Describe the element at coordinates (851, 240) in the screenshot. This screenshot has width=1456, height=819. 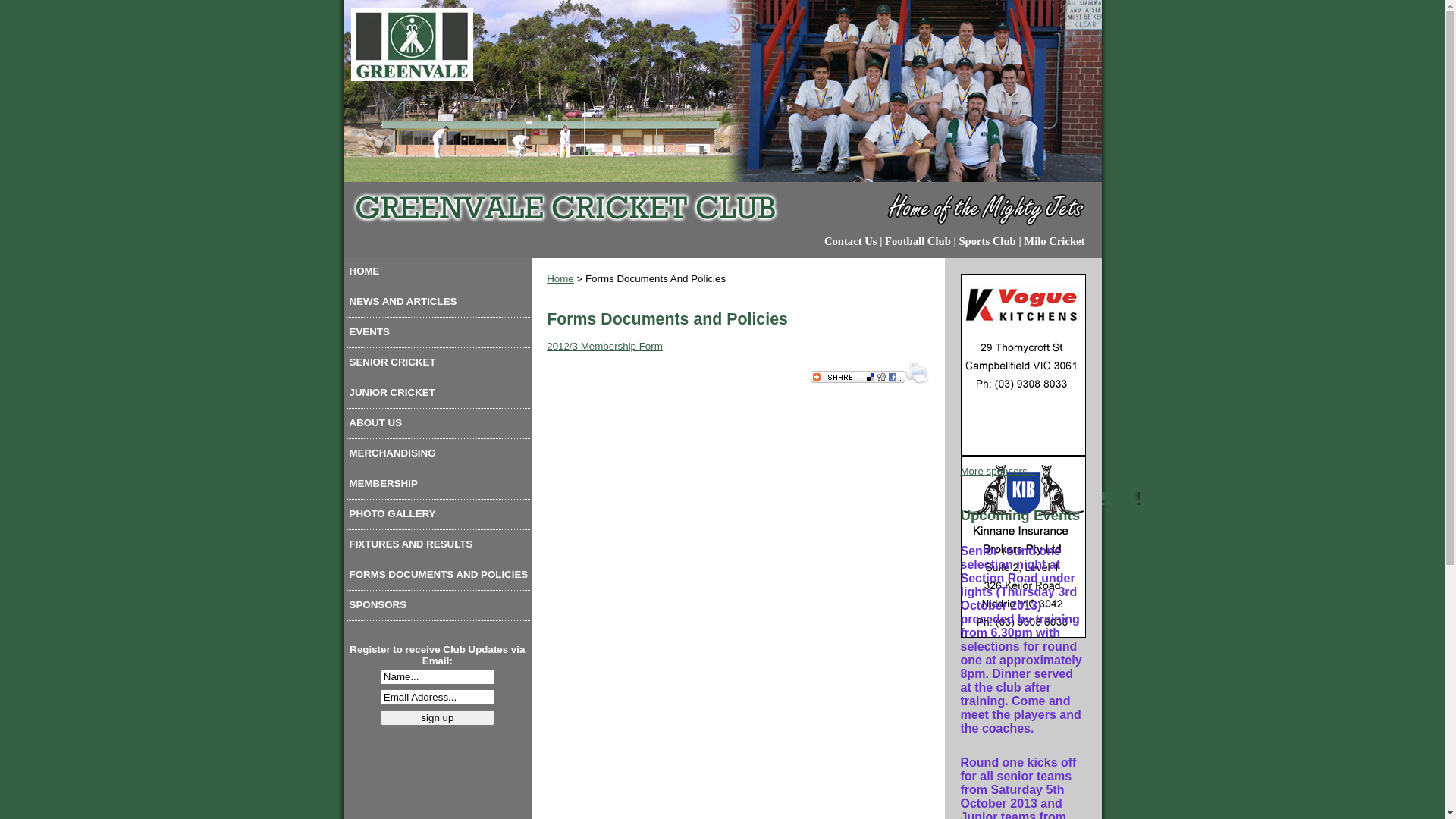
I see `'Contact Us'` at that location.